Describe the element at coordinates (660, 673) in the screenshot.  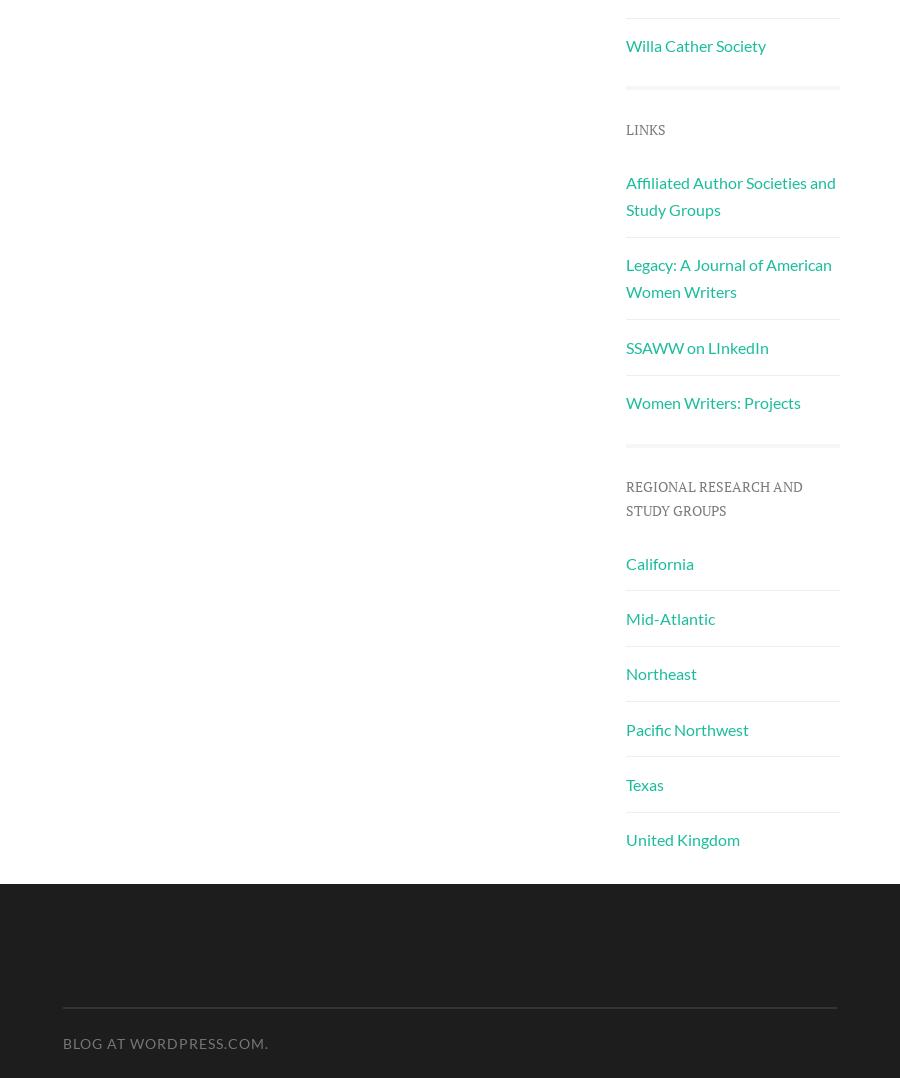
I see `'Northeast'` at that location.